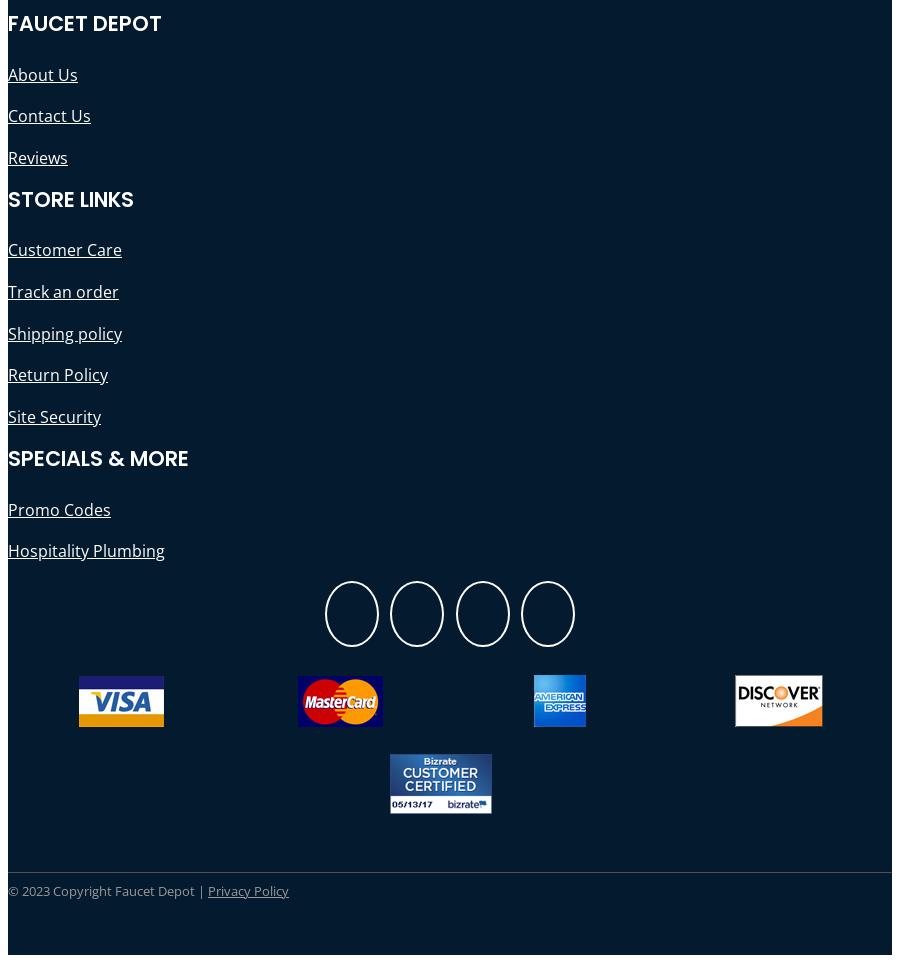 This screenshot has height=962, width=900. What do you see at coordinates (85, 551) in the screenshot?
I see `'Hospitality Plumbing'` at bounding box center [85, 551].